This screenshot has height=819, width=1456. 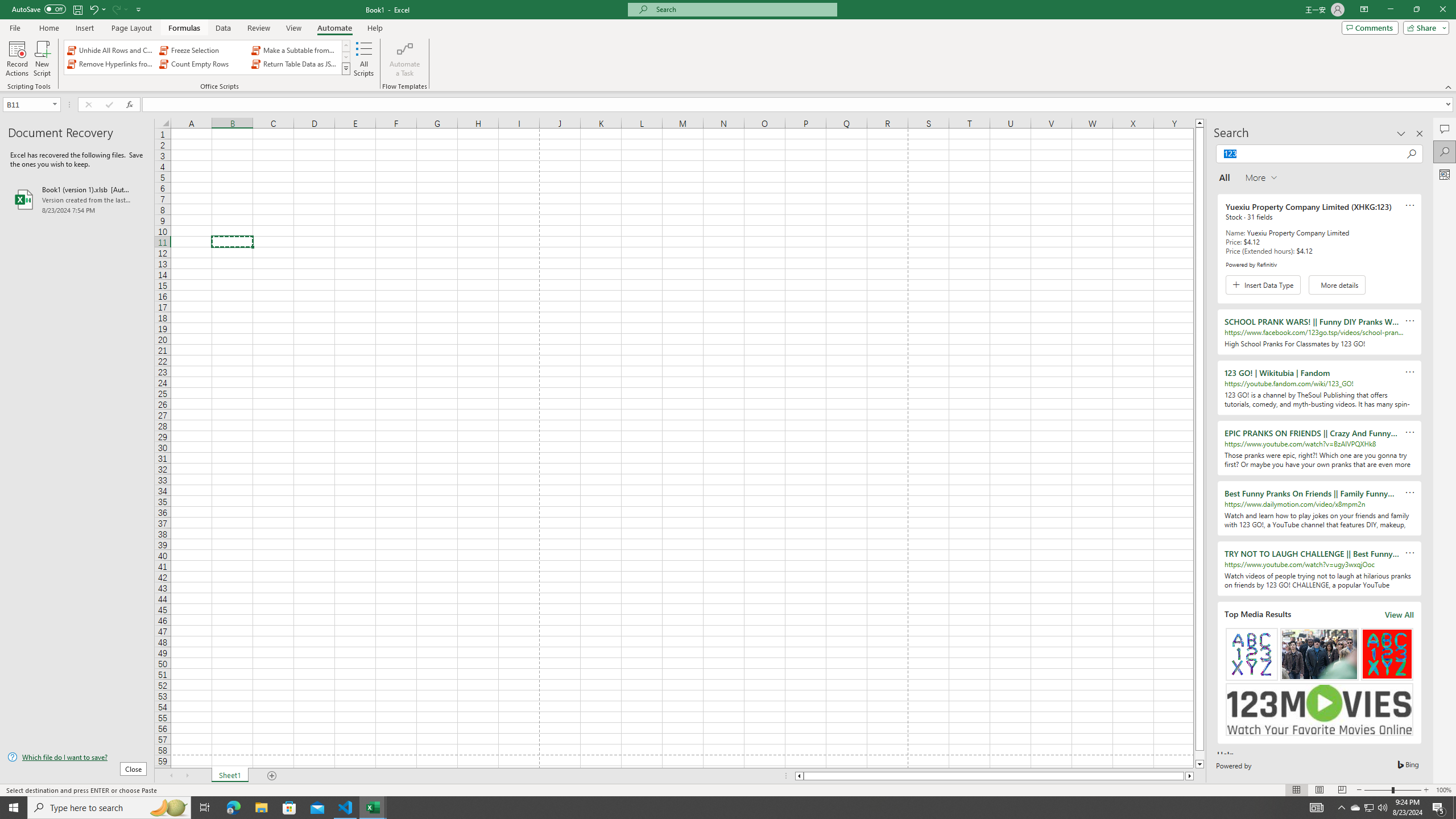 What do you see at coordinates (294, 64) in the screenshot?
I see `'Return Table Data as JSON'` at bounding box center [294, 64].